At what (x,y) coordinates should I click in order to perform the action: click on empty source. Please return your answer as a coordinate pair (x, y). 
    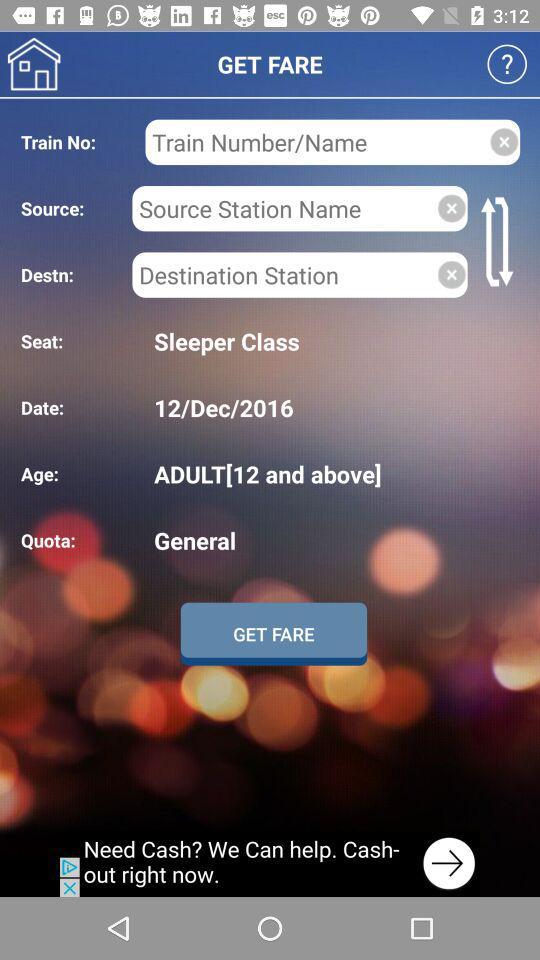
    Looking at the image, I should click on (451, 208).